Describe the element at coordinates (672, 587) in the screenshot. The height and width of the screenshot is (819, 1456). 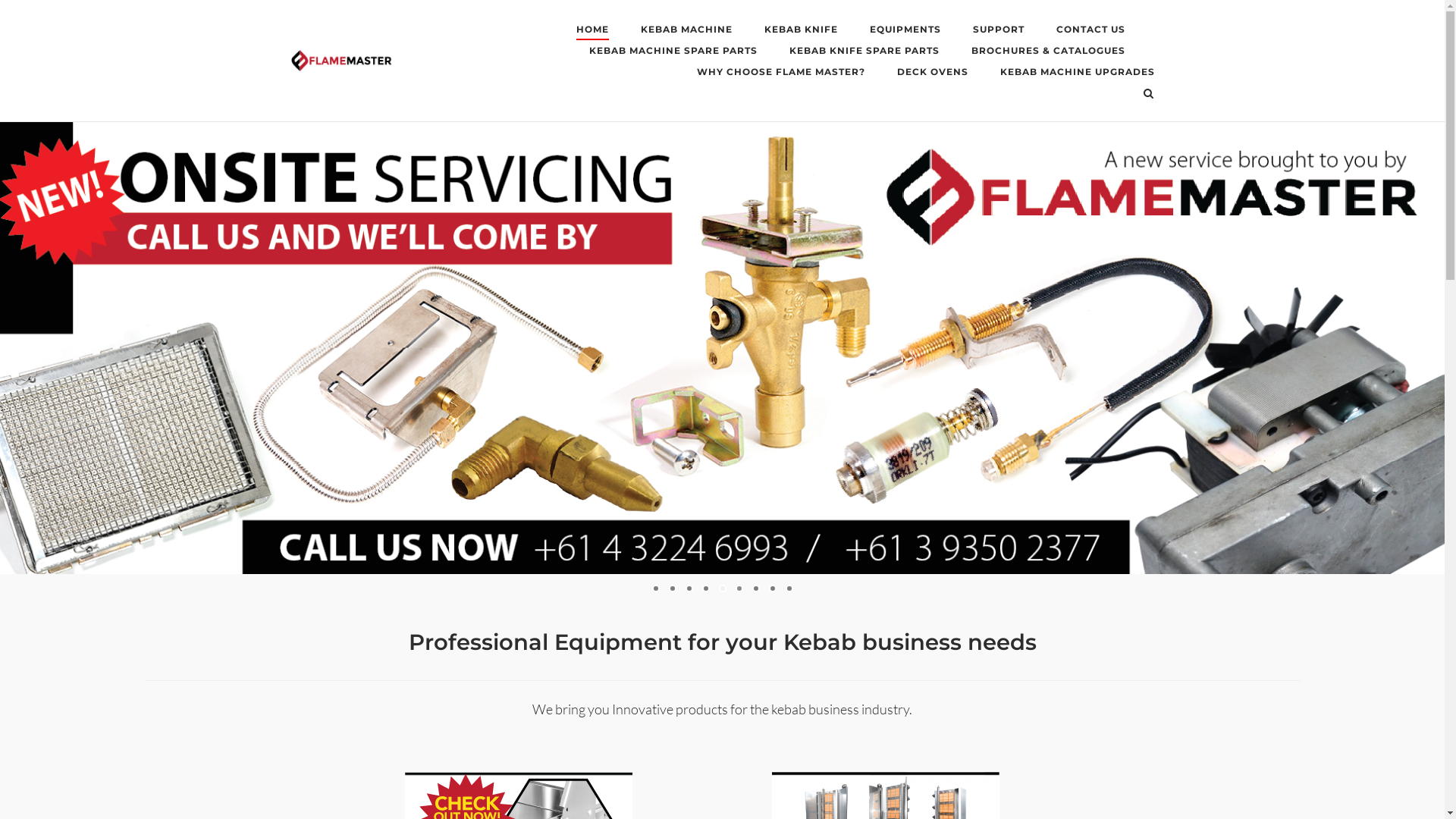
I see `'2'` at that location.